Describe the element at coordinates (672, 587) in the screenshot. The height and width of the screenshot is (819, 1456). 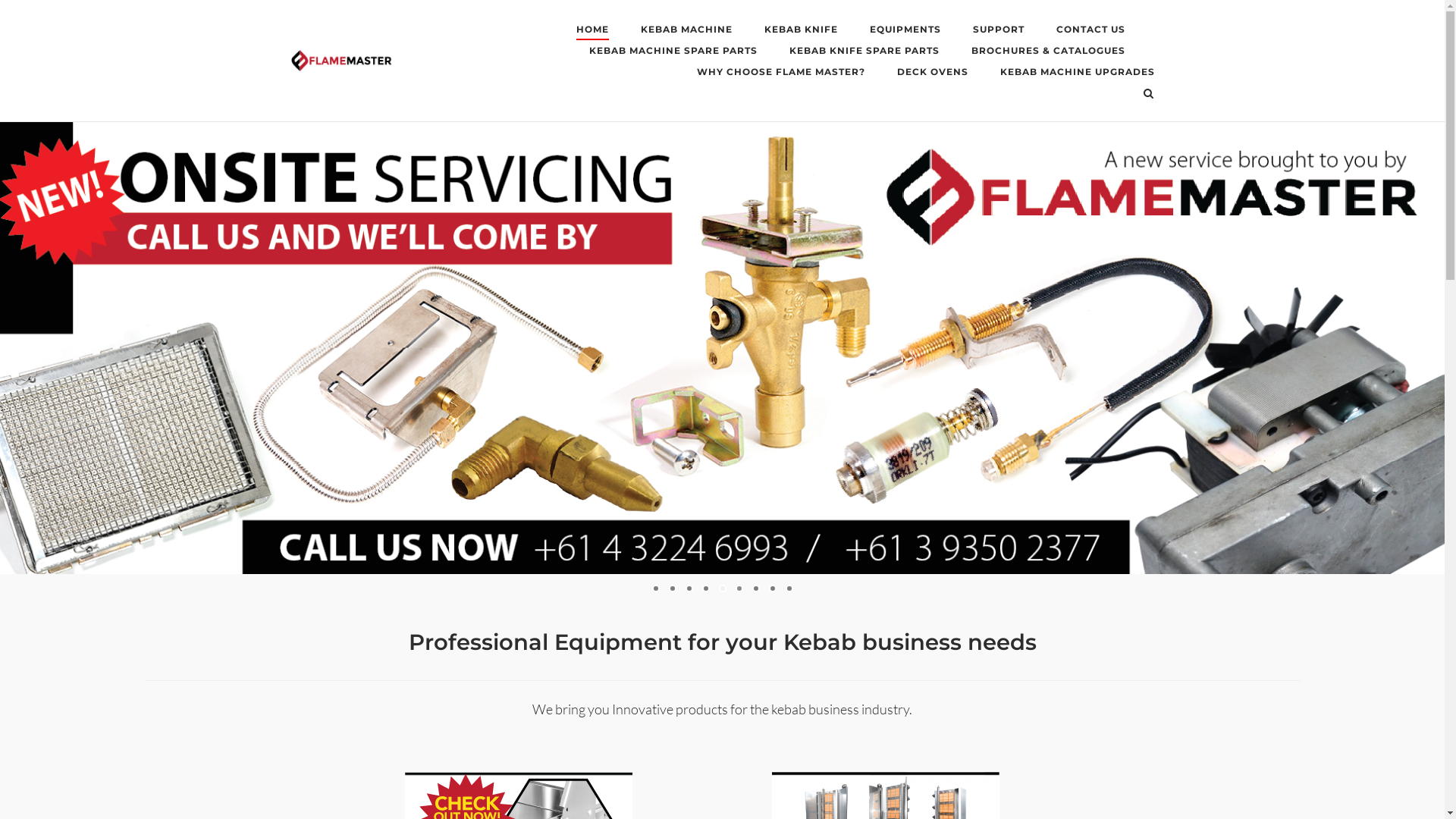
I see `'2'` at that location.